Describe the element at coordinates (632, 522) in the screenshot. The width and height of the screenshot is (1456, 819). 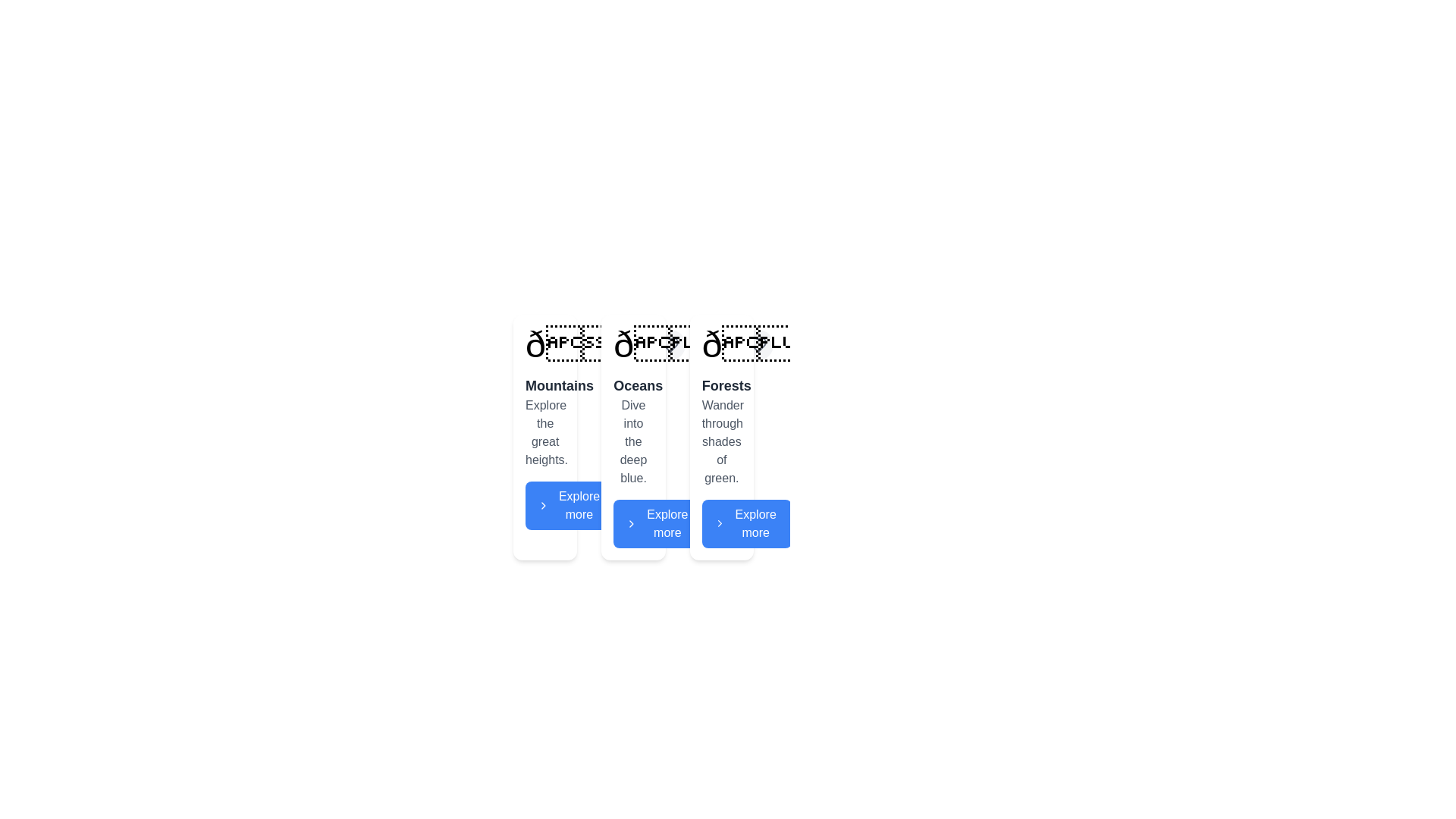
I see `the rightward-pointing chevron icon, which is styled with a thin stroke and rounded corners, located within the 'Explore more' button in the second column (Oceans) of the three displayed options` at that location.